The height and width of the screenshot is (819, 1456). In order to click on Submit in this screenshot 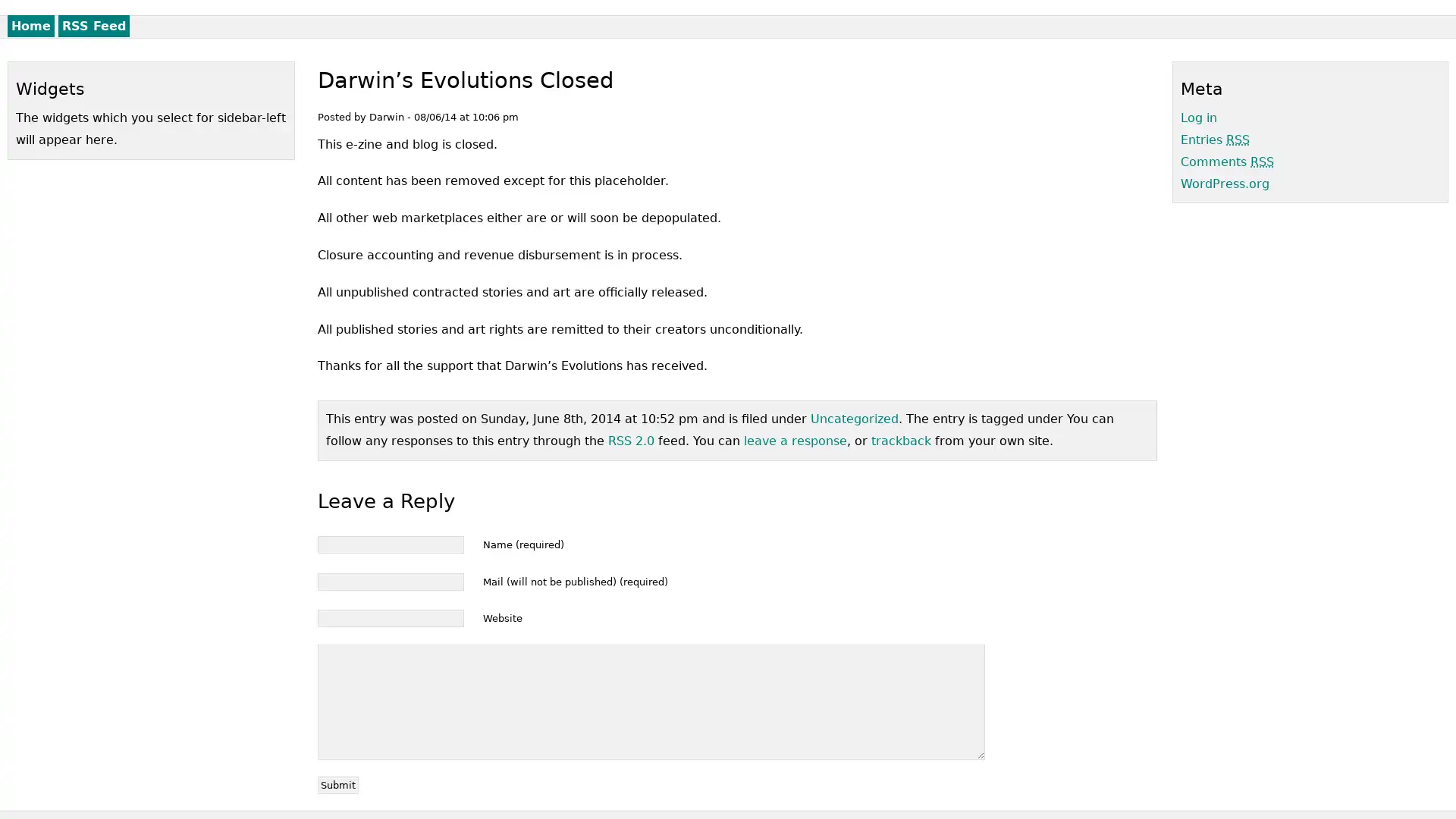, I will do `click(337, 785)`.